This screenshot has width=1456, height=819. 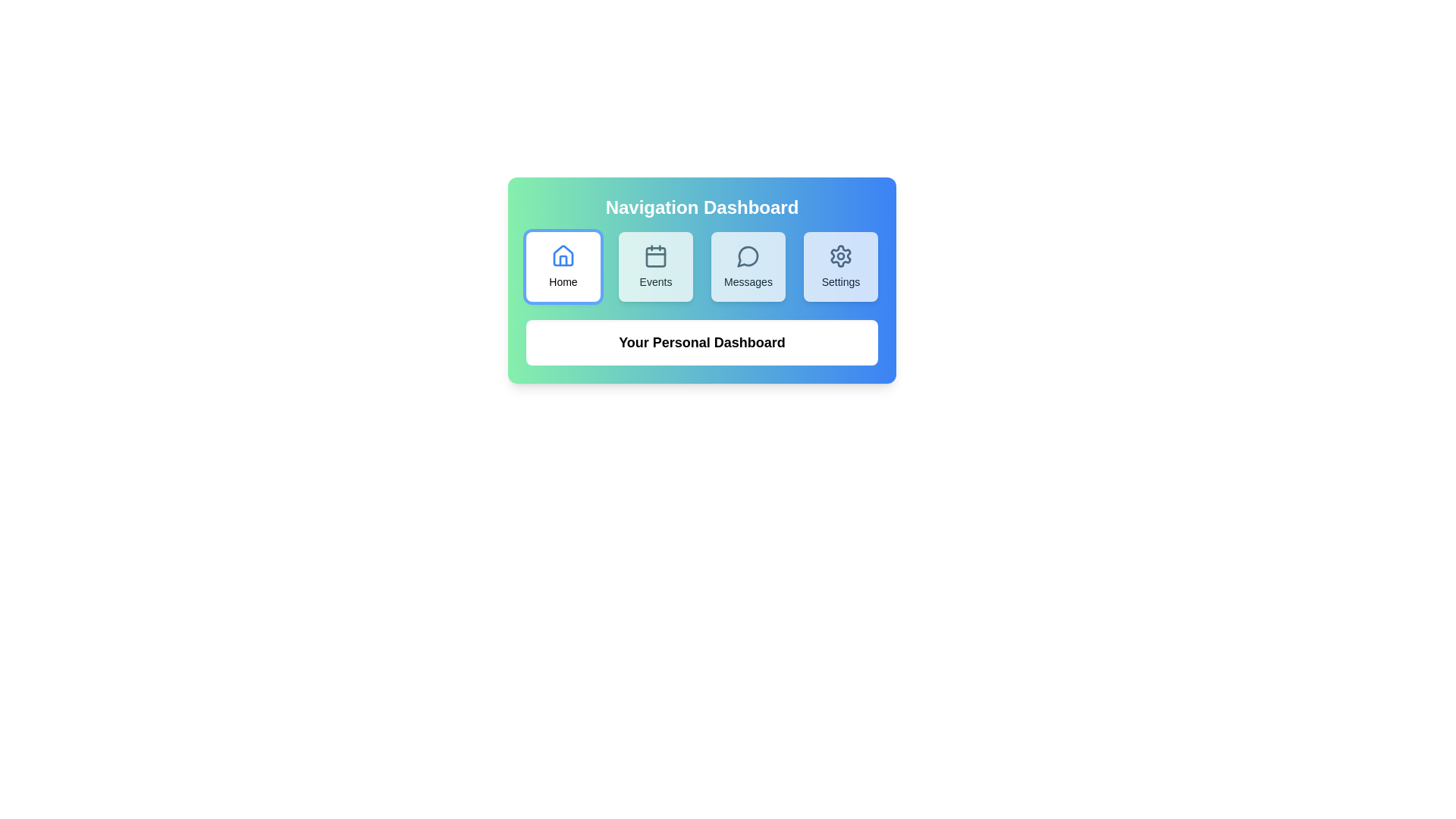 I want to click on the gear-shaped icon located beneath the 'Settings' label, so click(x=839, y=256).